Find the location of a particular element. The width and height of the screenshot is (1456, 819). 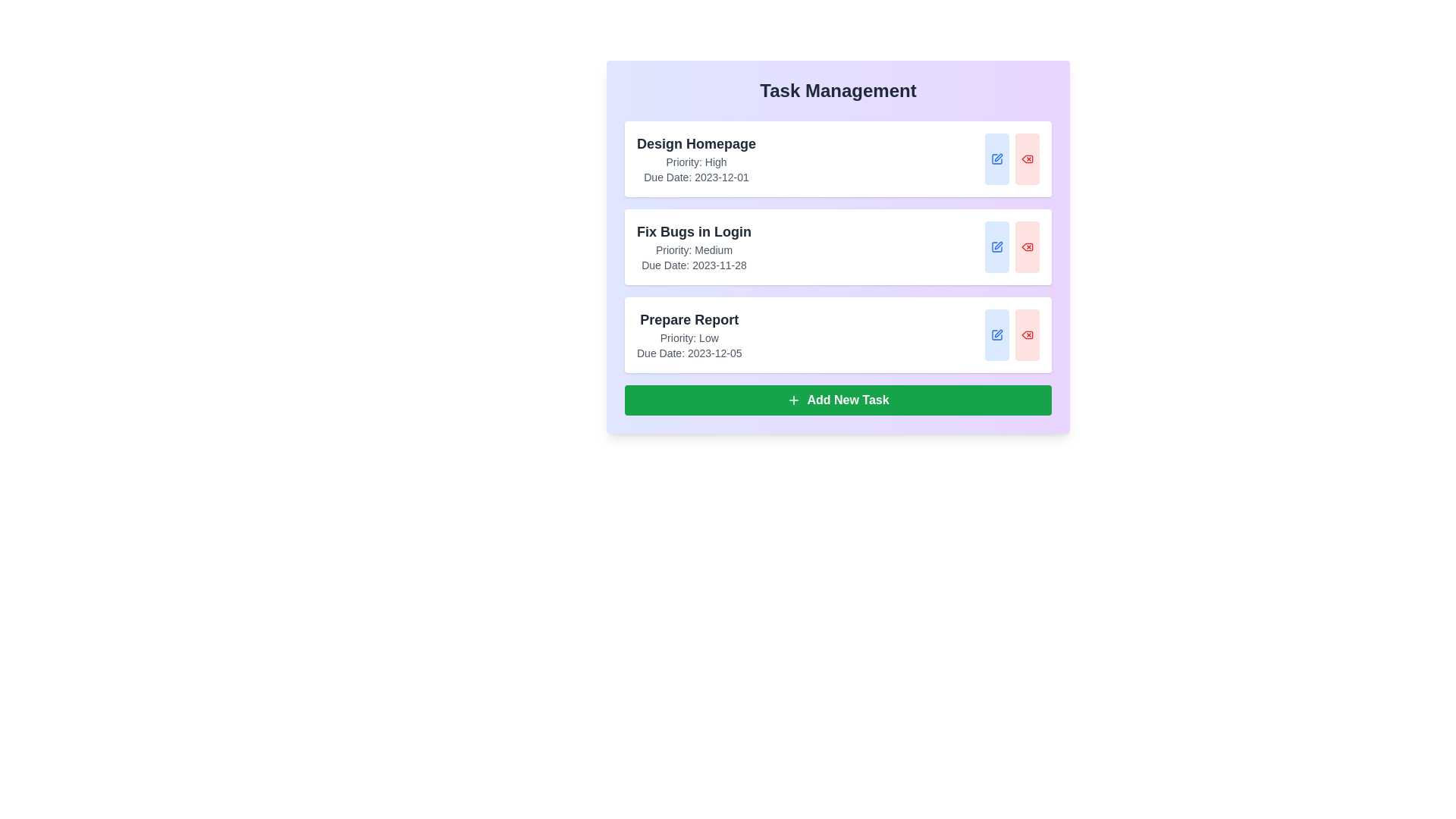

the delete button for the task titled 'Design Homepage' is located at coordinates (1027, 158).